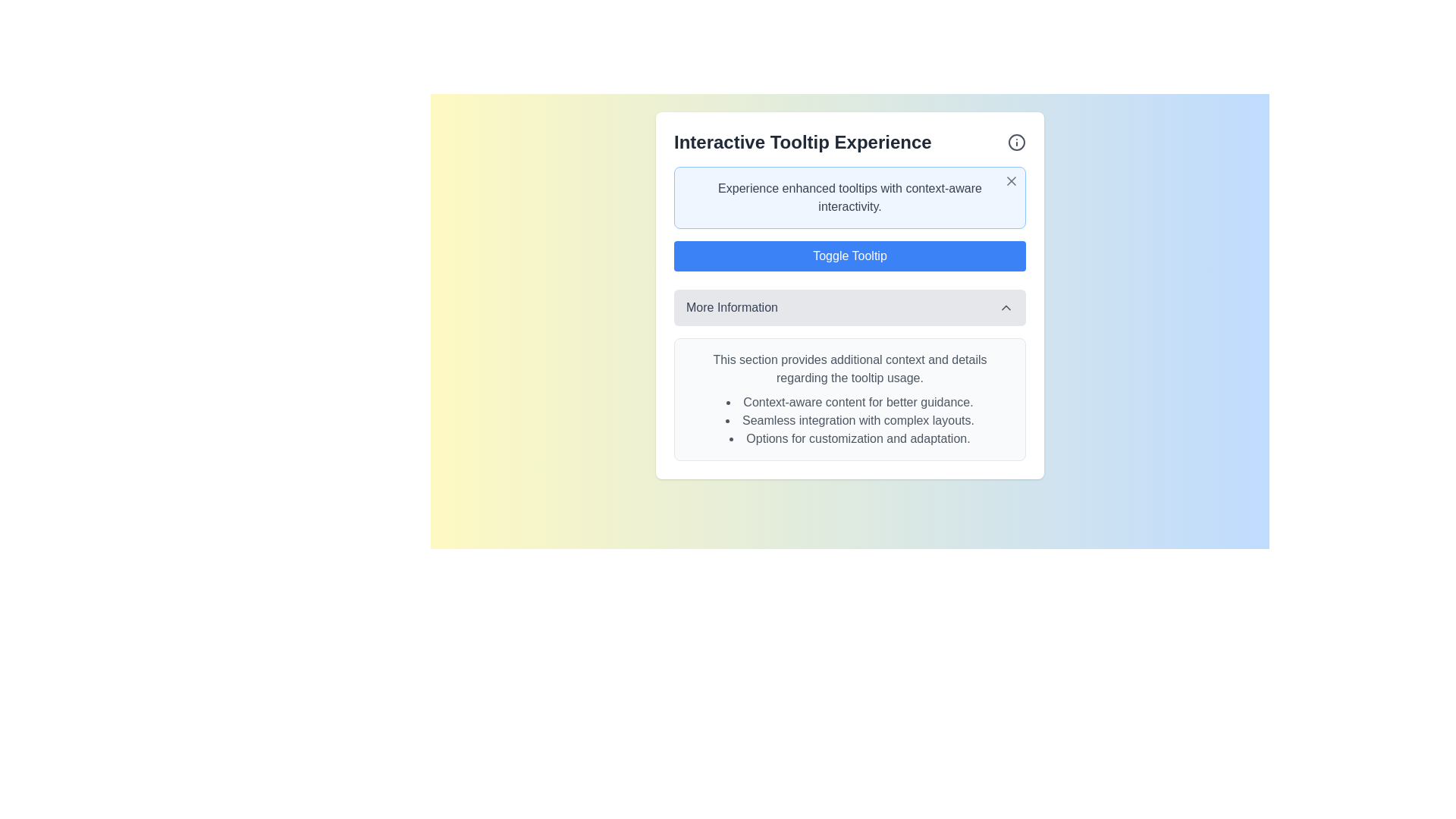  I want to click on the icon button in the top-right corner of the informational box that contains the text 'Experience enhanced tooltips with context-aware interactivity.', so click(1012, 180).